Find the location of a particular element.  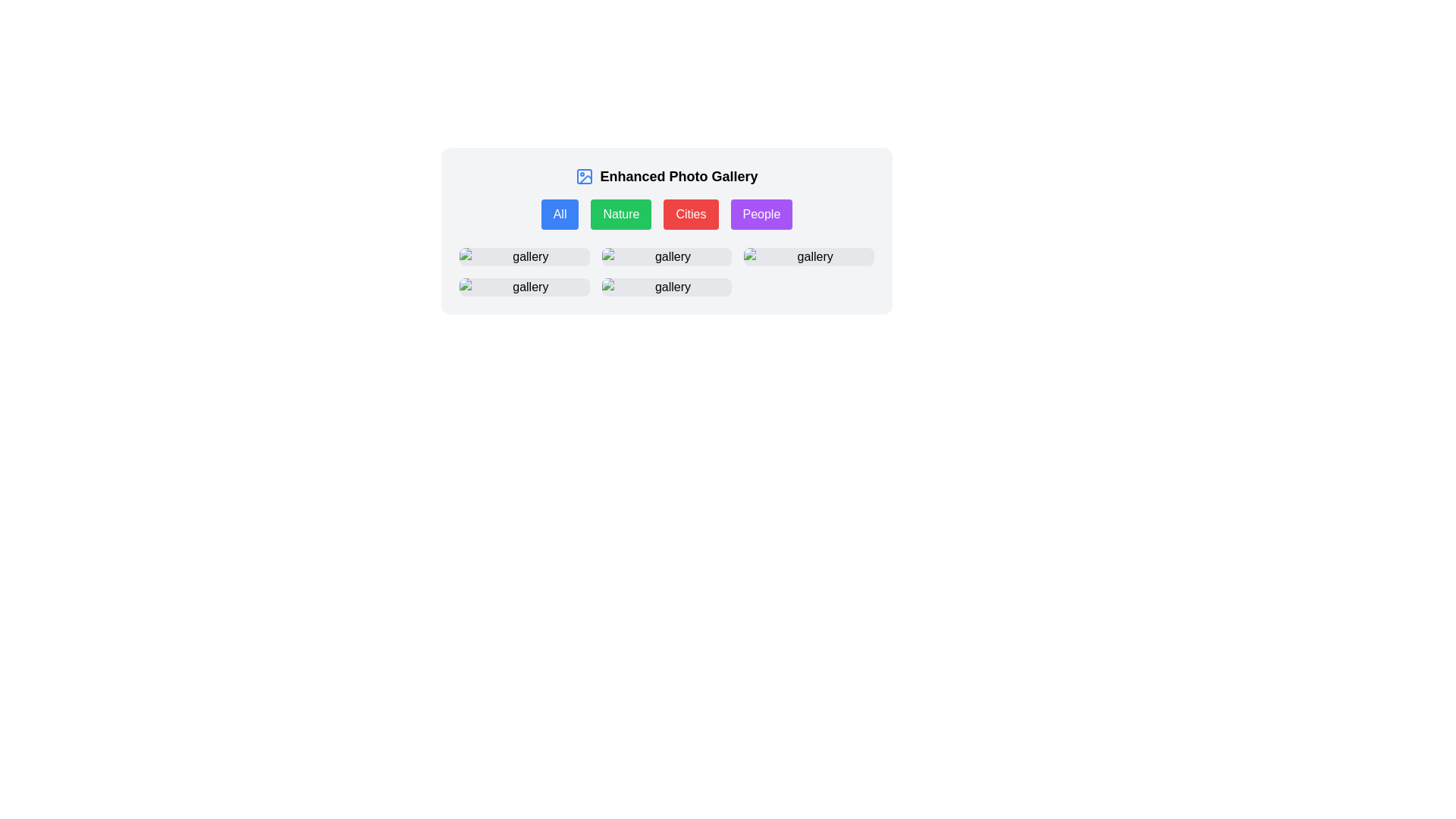

the rectangular button labeled 'All' with a blue background and white text, located under the title 'Enhanced Photo Gallery' is located at coordinates (559, 214).